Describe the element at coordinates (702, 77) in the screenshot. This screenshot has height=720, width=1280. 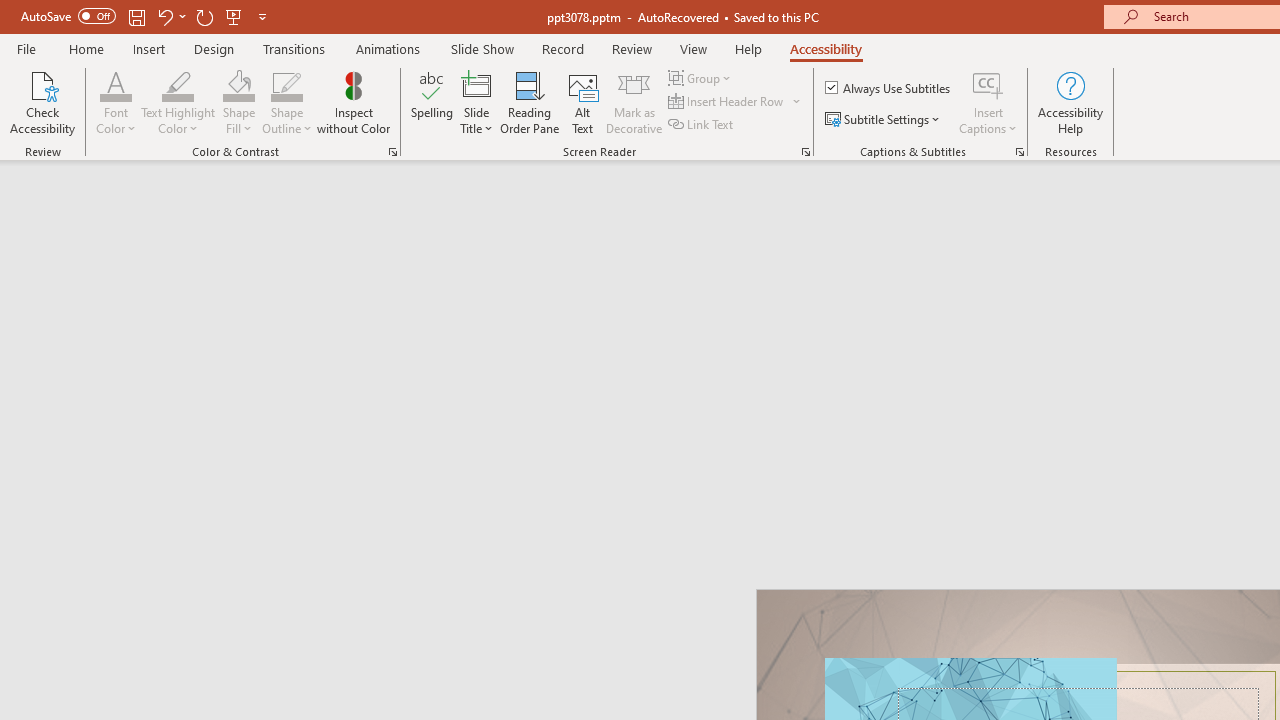
I see `'Group'` at that location.